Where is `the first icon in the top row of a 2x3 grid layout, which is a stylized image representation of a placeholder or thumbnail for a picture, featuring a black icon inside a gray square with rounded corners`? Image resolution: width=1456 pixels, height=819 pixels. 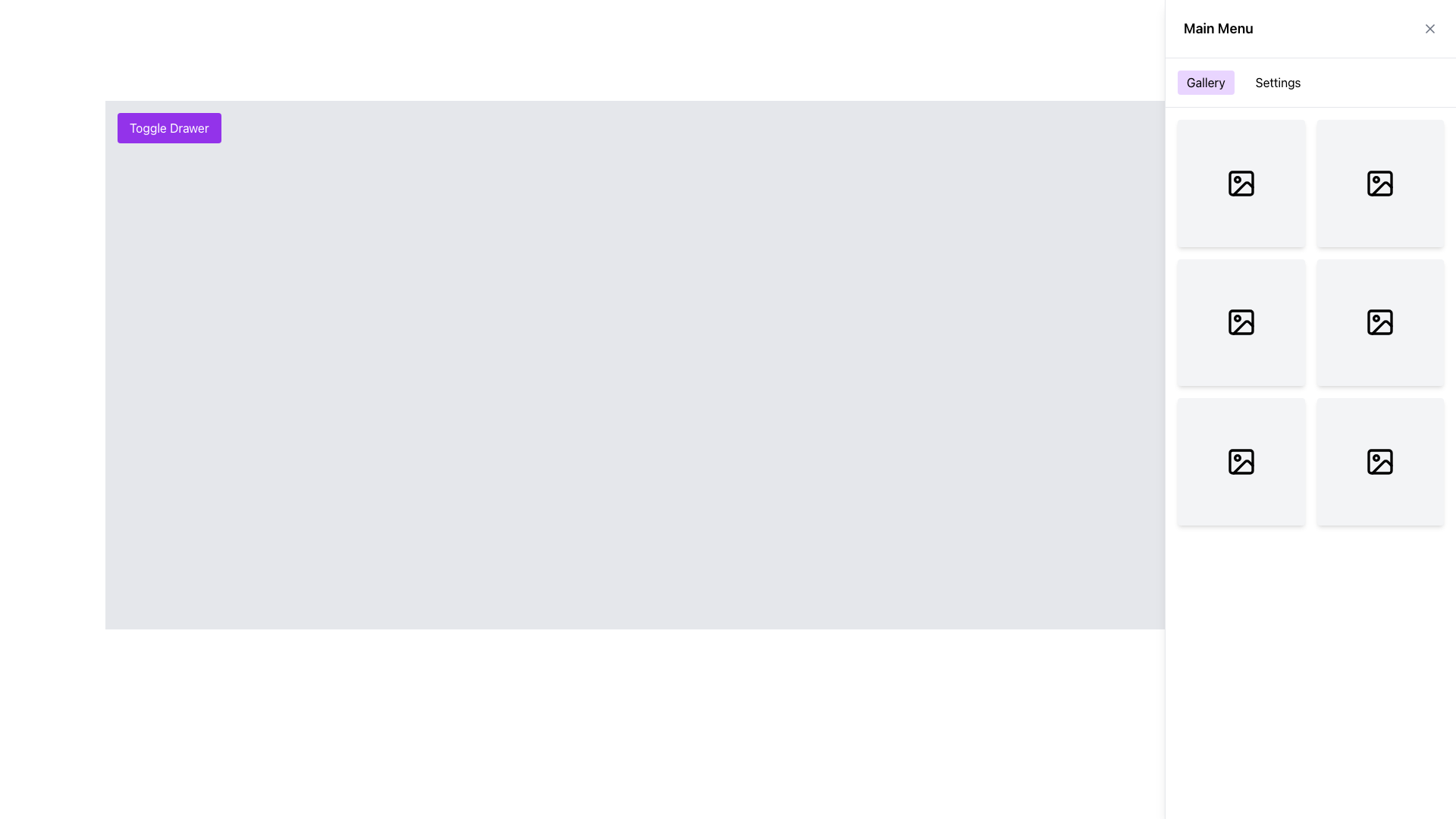 the first icon in the top row of a 2x3 grid layout, which is a stylized image representation of a placeholder or thumbnail for a picture, featuring a black icon inside a gray square with rounded corners is located at coordinates (1241, 182).